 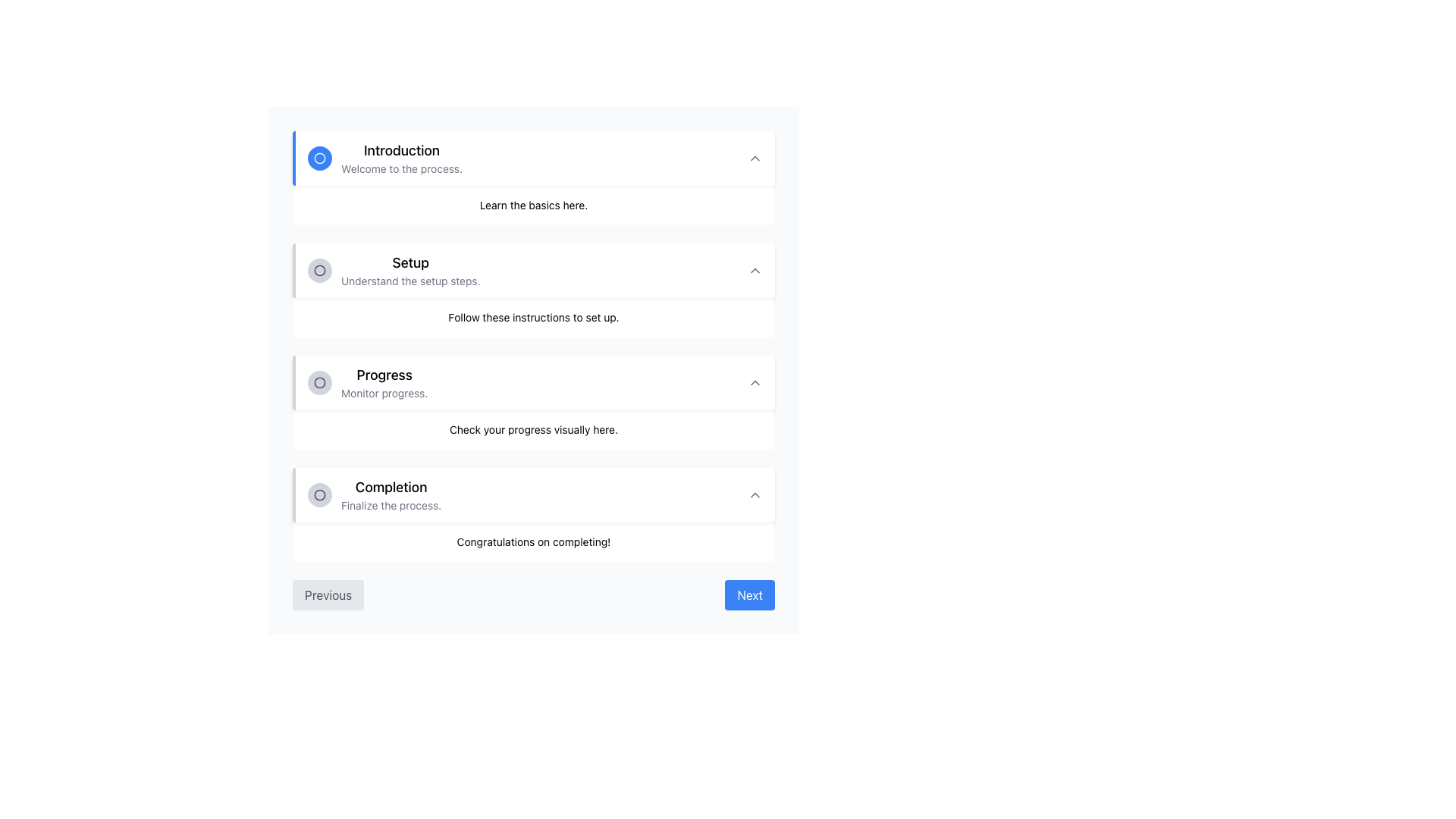 I want to click on the Circle graphic (SVG) adjacent to the 'Progress' label for interactions related to progress, so click(x=319, y=382).